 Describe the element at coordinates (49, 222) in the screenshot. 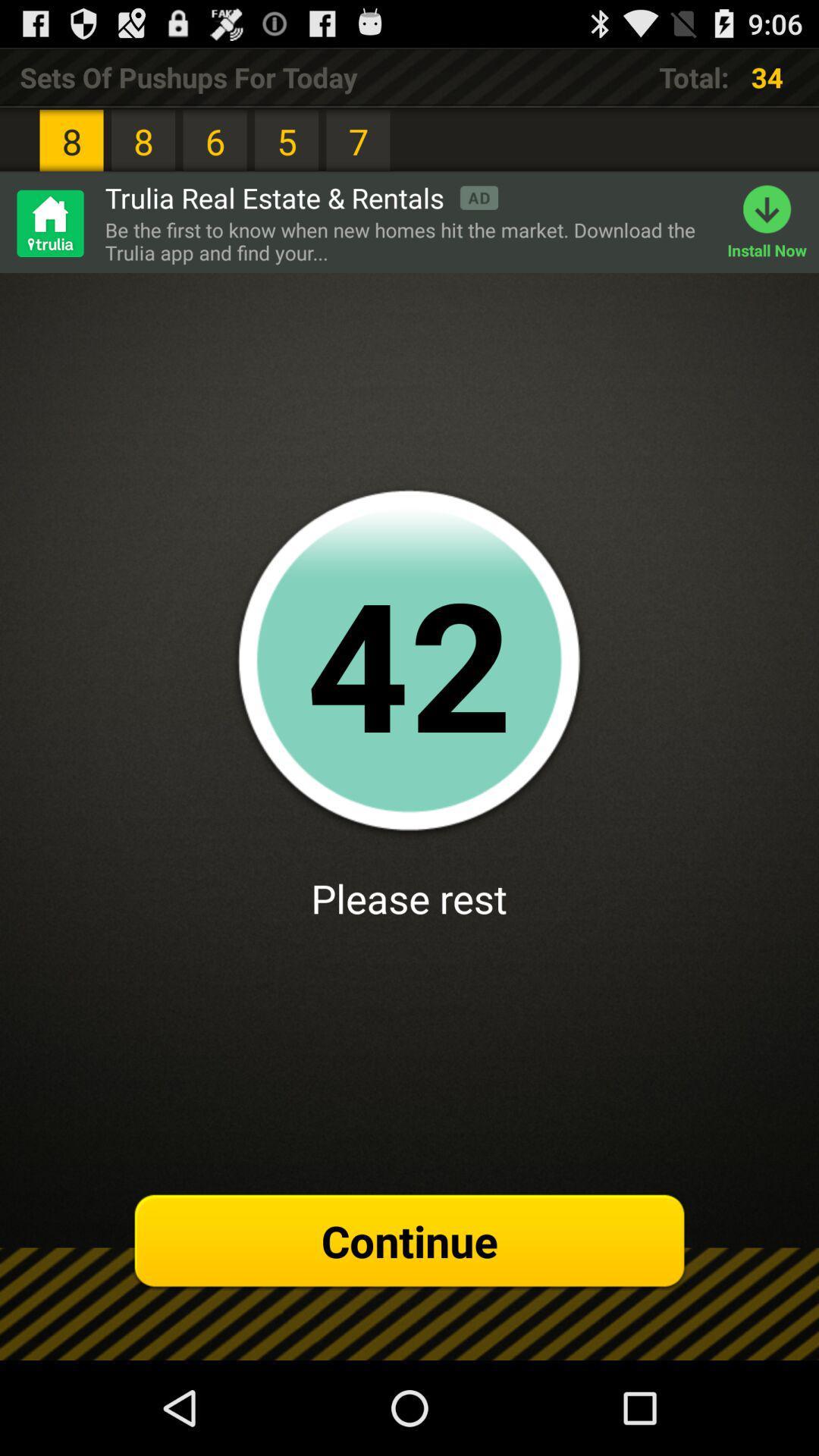

I see `the item below the 8` at that location.